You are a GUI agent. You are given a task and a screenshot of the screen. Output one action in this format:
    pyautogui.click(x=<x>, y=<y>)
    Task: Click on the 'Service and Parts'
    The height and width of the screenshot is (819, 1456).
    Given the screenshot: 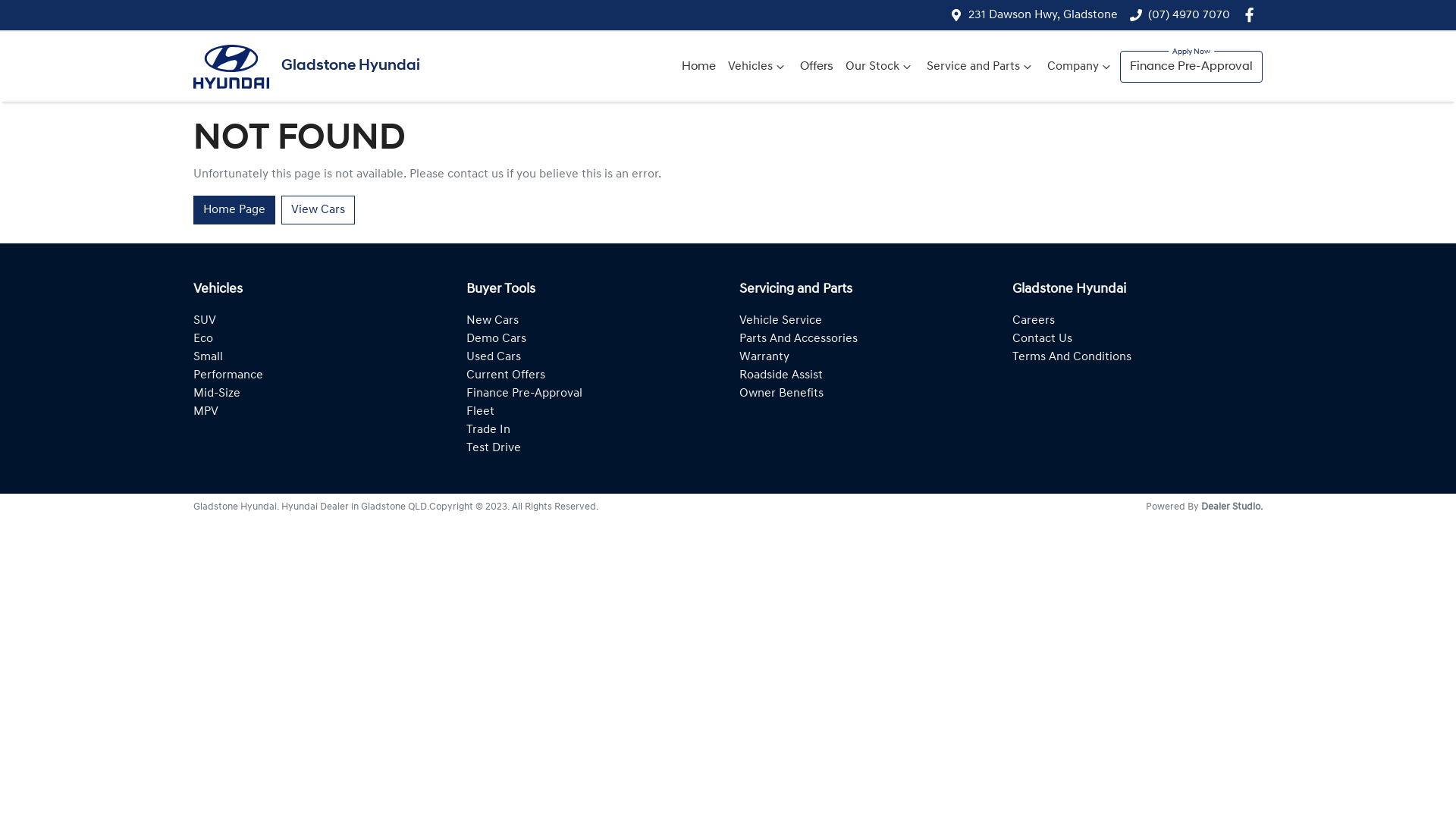 What is the action you would take?
    pyautogui.click(x=981, y=66)
    